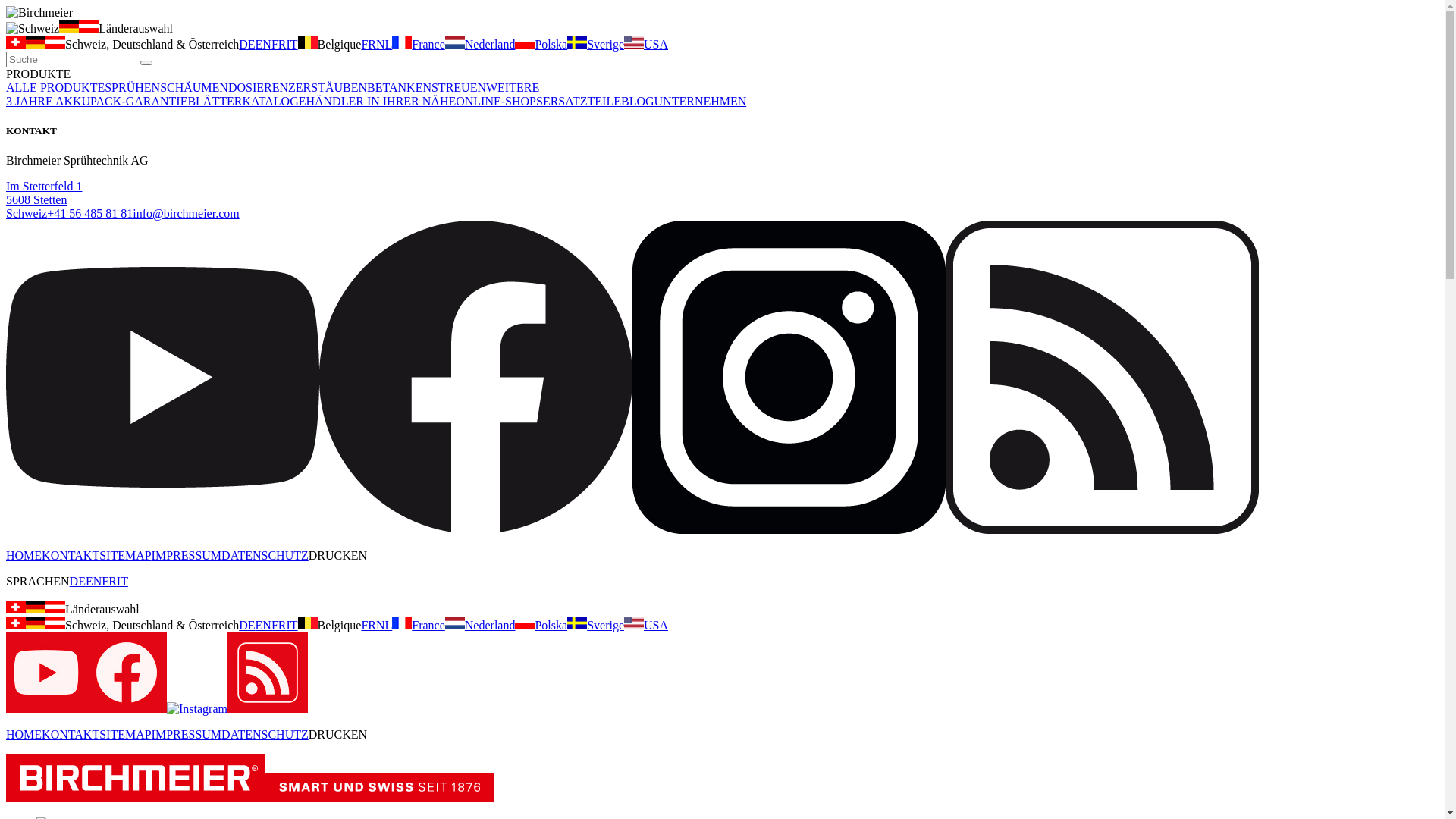 The height and width of the screenshot is (819, 1456). What do you see at coordinates (55, 87) in the screenshot?
I see `'ALLE PRODUKTE'` at bounding box center [55, 87].